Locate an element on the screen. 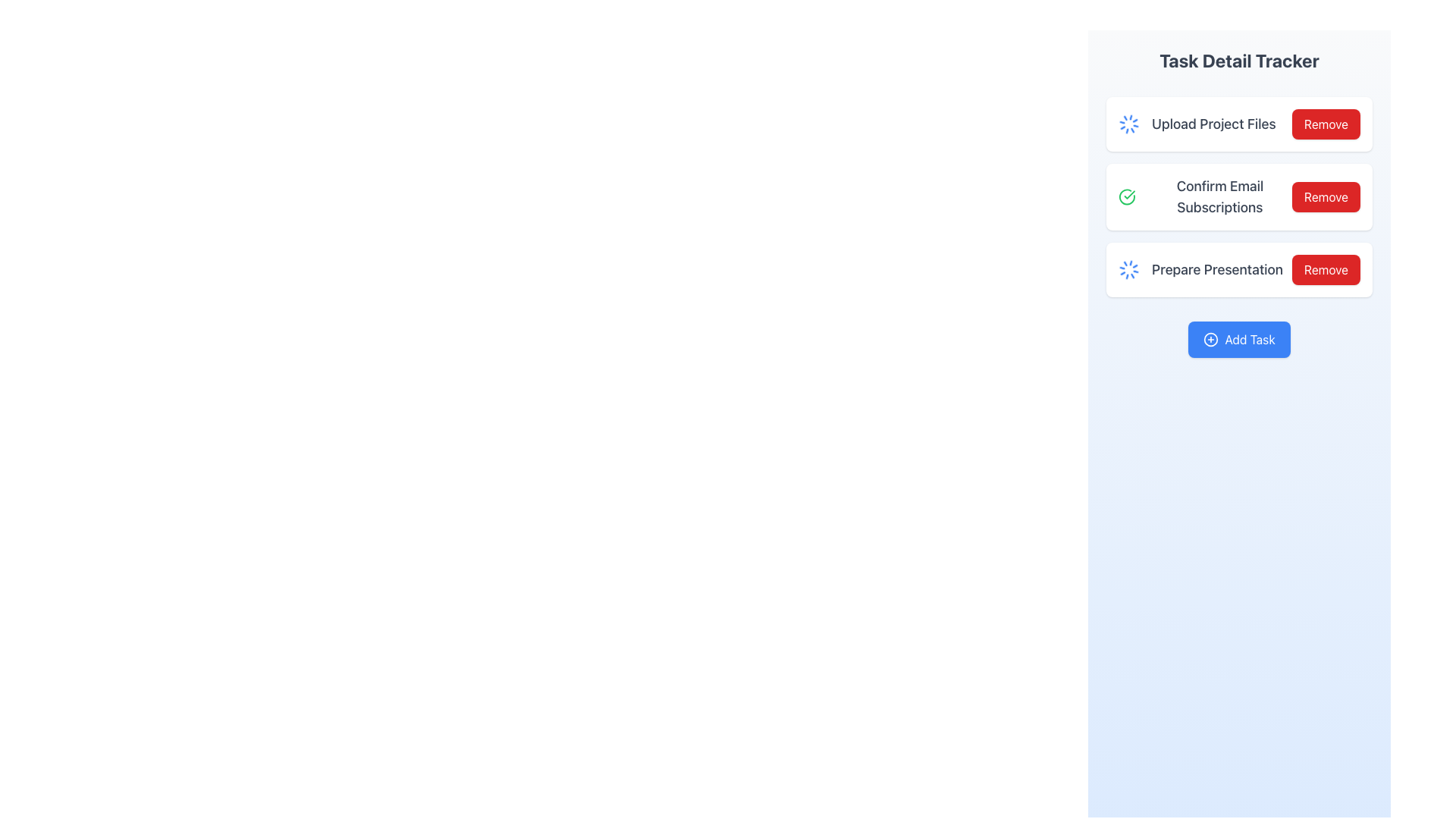 Image resolution: width=1456 pixels, height=819 pixels. the animated loader icon located to the left of the 'Prepare Presentation' text label in the 'Task Detail Tracker' section, which is associated with the third task item is located at coordinates (1128, 268).